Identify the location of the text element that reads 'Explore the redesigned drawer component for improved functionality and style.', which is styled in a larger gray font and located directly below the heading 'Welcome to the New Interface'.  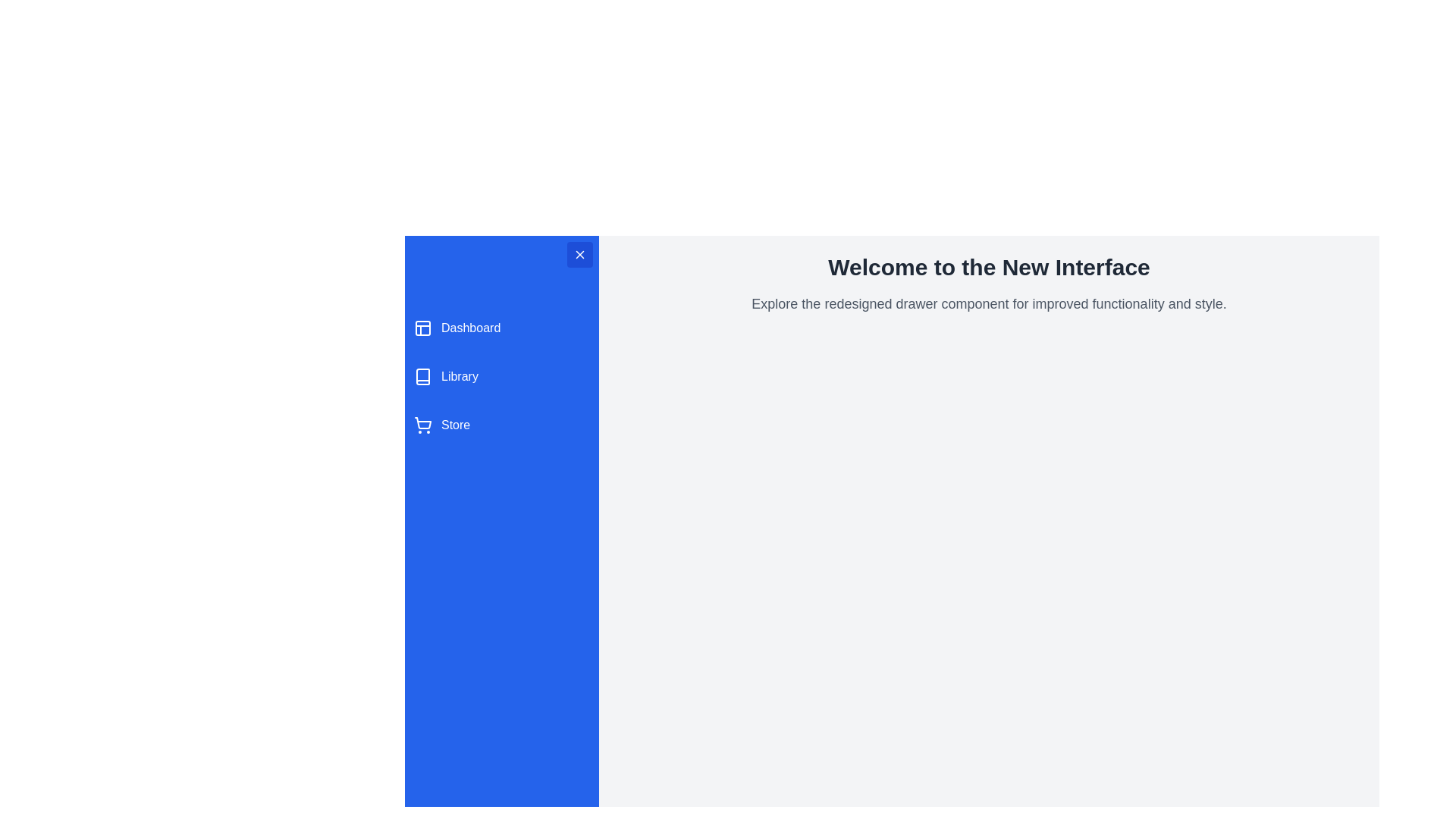
(989, 304).